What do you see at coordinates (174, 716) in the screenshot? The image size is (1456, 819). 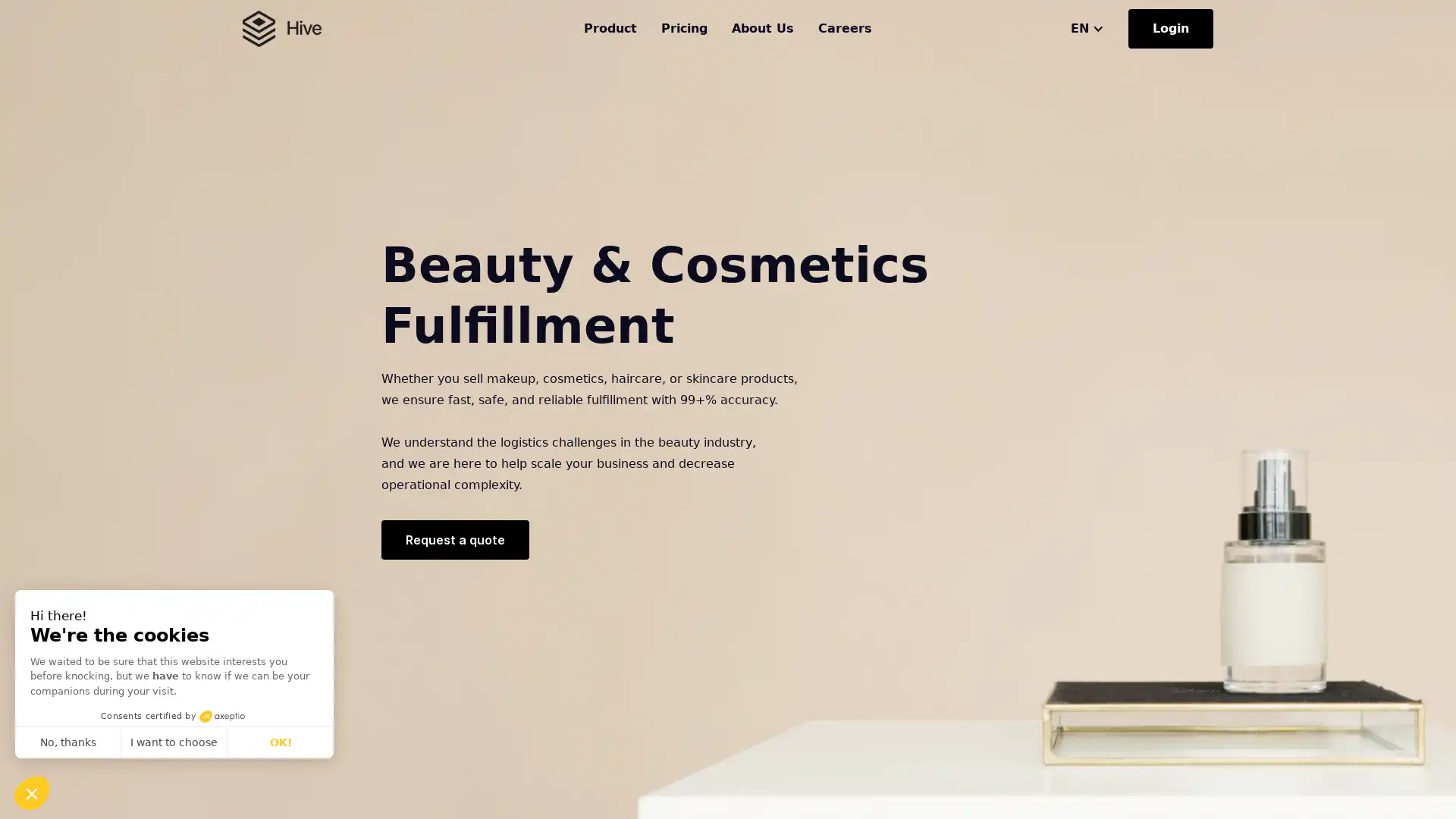 I see `Consents certified by` at bounding box center [174, 716].